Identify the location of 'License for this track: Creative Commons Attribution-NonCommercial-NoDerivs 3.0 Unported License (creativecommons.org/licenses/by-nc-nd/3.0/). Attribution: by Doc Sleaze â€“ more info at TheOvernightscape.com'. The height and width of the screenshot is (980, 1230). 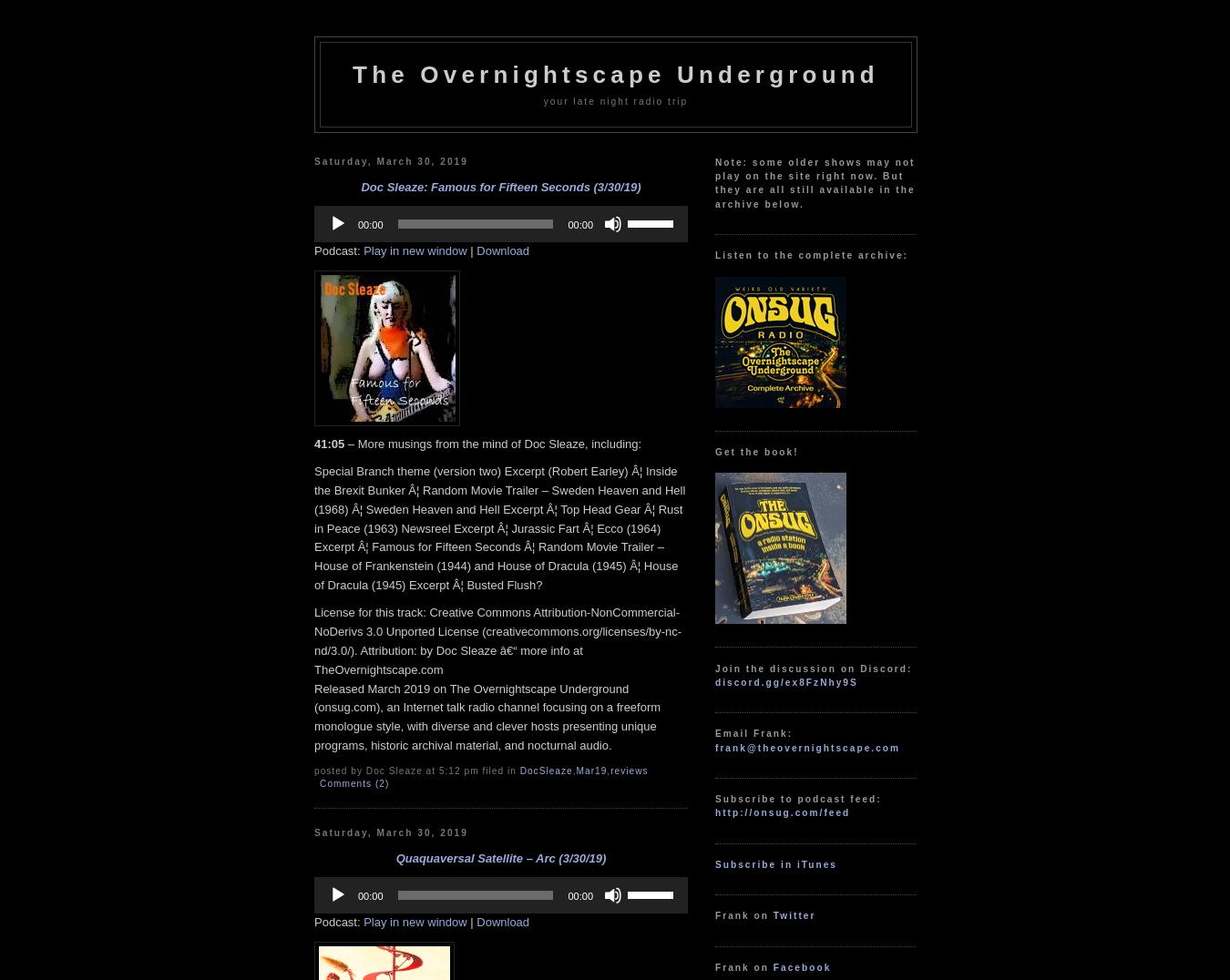
(497, 640).